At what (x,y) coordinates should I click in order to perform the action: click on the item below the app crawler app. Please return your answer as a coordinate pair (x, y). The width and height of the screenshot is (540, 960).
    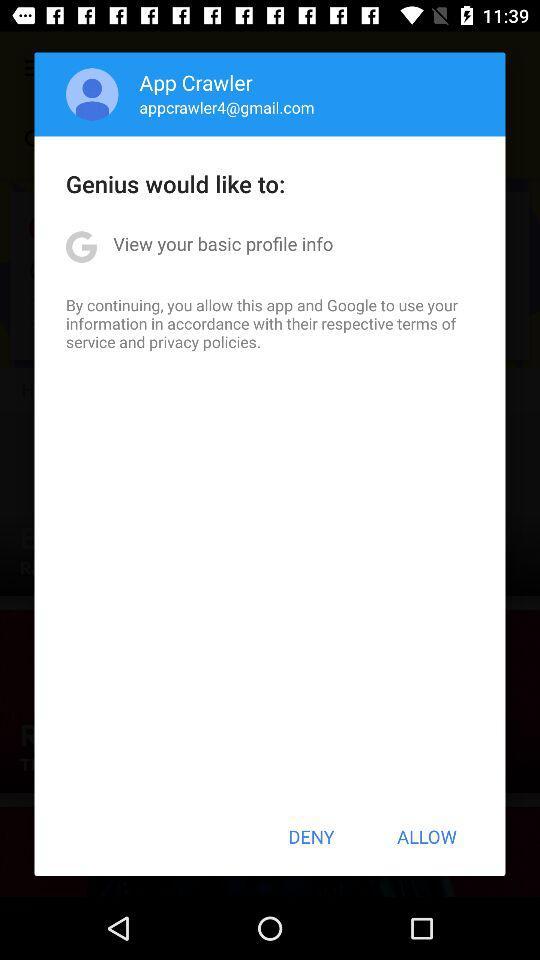
    Looking at the image, I should click on (226, 107).